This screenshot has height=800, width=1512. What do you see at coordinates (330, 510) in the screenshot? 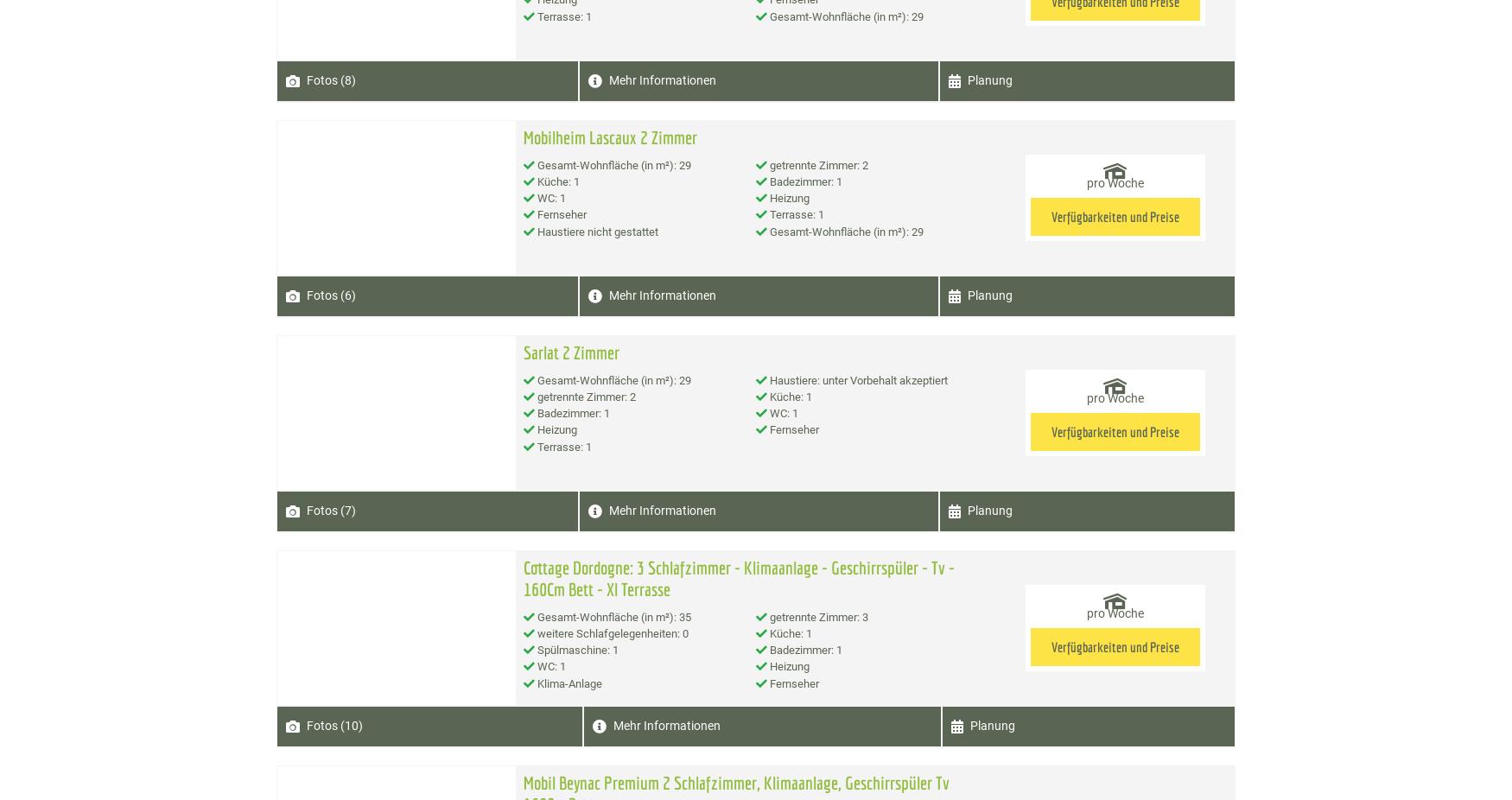
I see `'Fotos (7)'` at bounding box center [330, 510].